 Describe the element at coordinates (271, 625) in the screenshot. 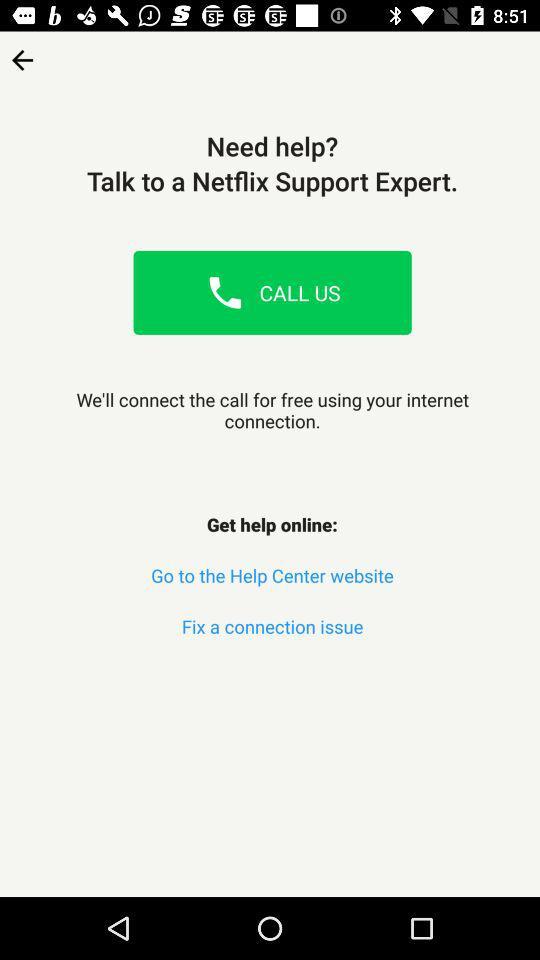

I see `the item below go to the` at that location.